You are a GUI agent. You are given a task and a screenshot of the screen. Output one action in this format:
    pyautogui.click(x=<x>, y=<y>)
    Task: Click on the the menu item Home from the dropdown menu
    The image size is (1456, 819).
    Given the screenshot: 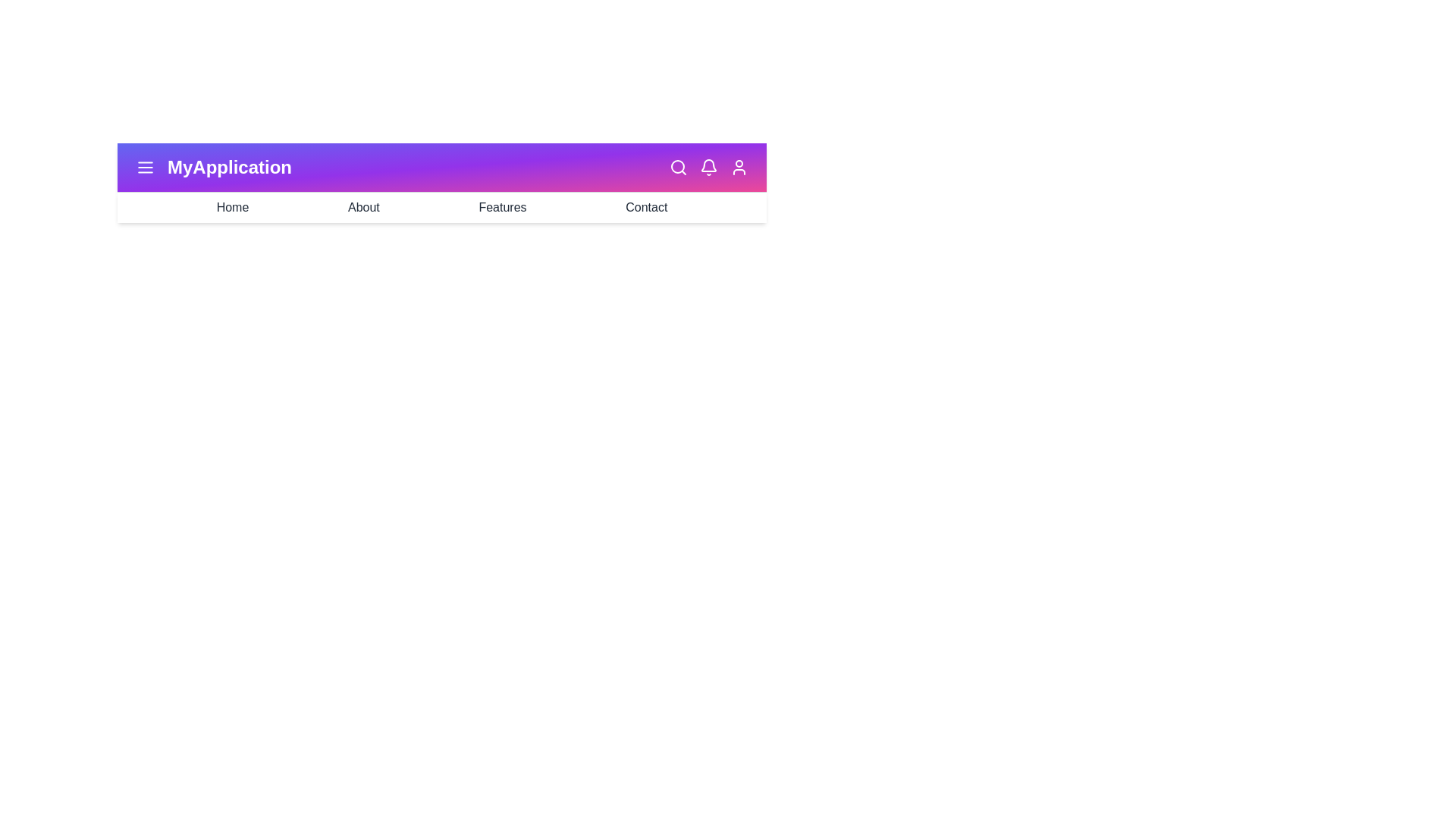 What is the action you would take?
    pyautogui.click(x=232, y=207)
    